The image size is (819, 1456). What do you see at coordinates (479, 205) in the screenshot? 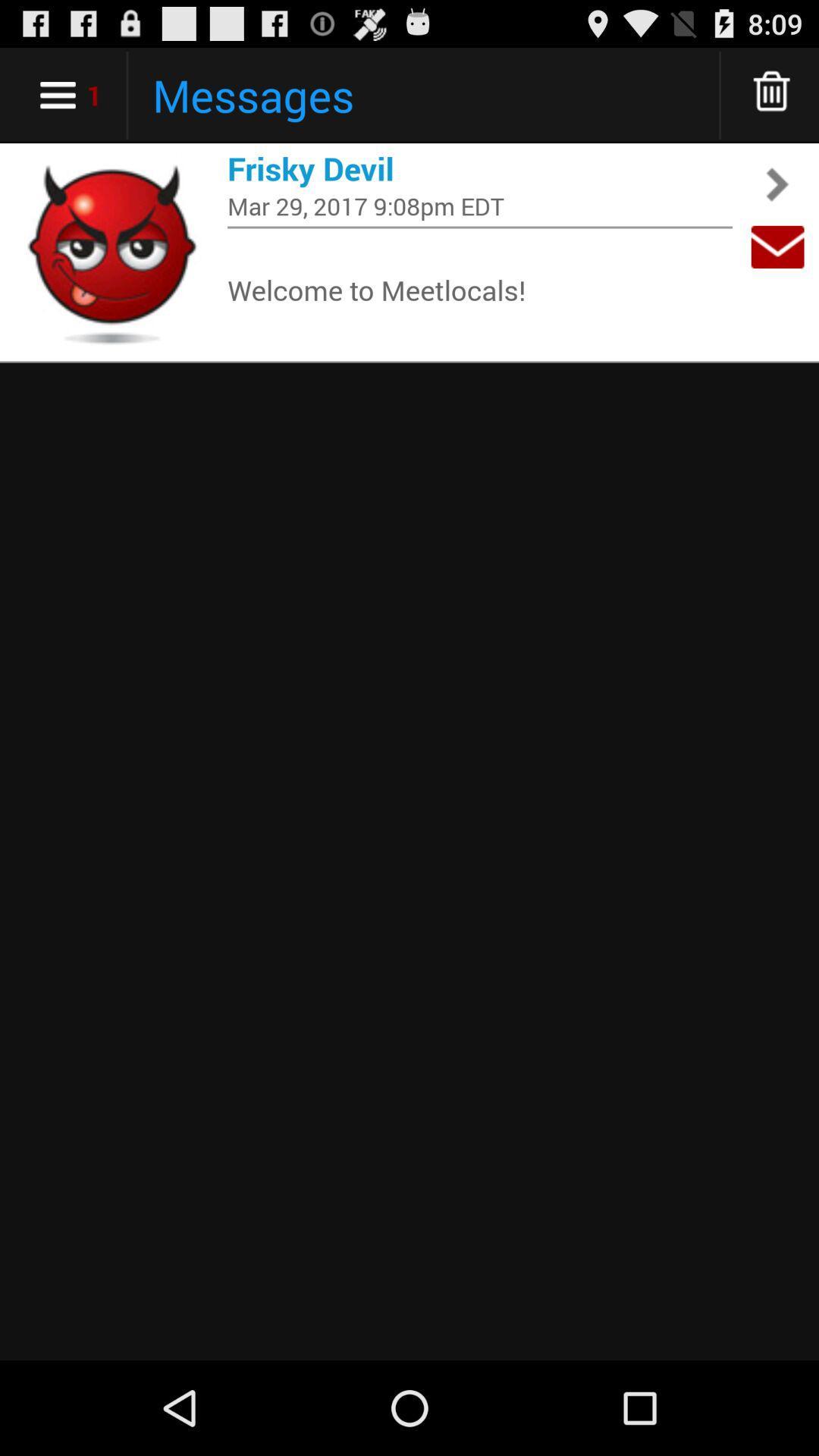
I see `the icon below the frisky devil icon` at bounding box center [479, 205].